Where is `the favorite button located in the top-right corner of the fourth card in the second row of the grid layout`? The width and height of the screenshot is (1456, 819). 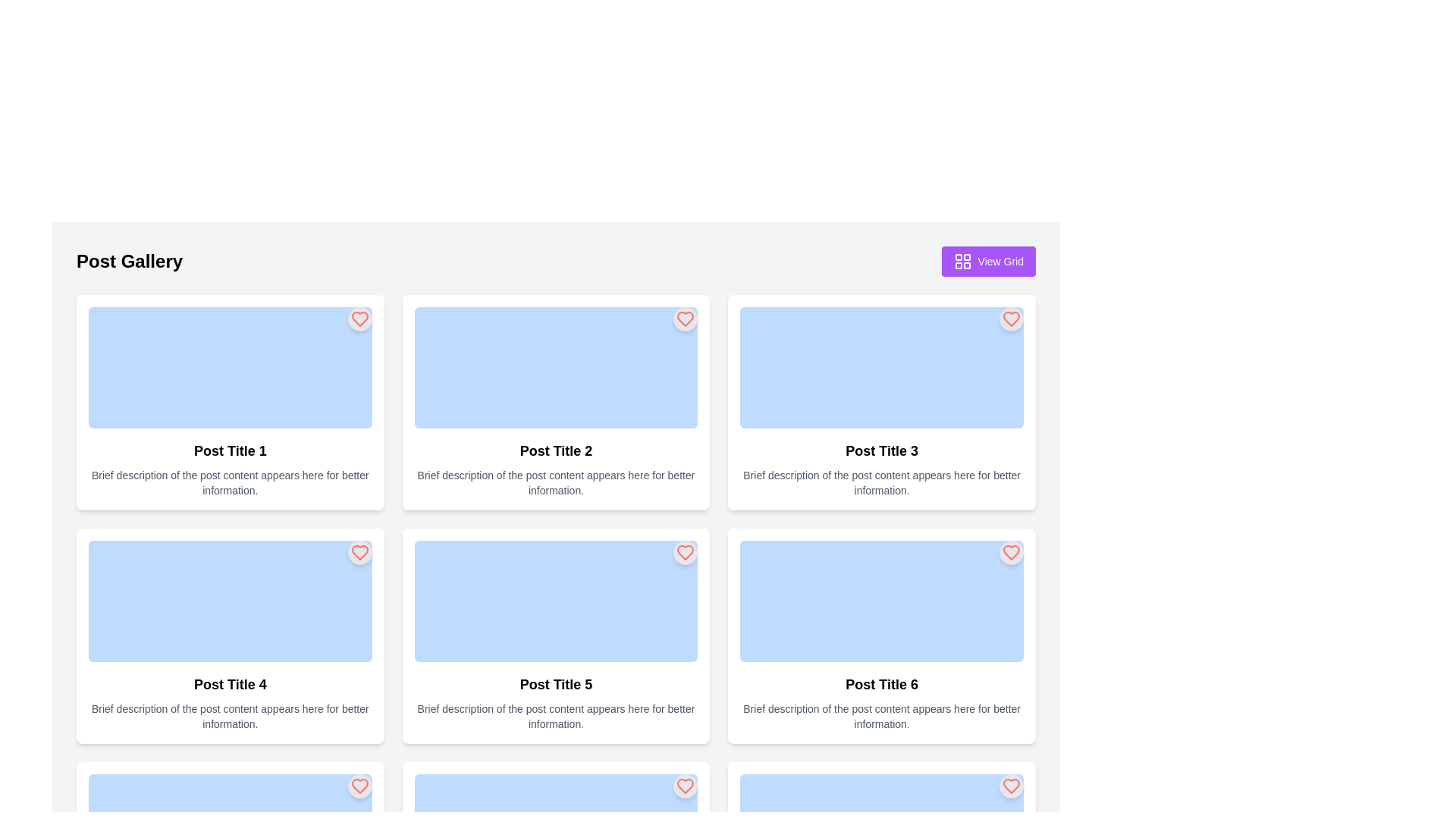
the favorite button located in the top-right corner of the fourth card in the second row of the grid layout is located at coordinates (359, 553).